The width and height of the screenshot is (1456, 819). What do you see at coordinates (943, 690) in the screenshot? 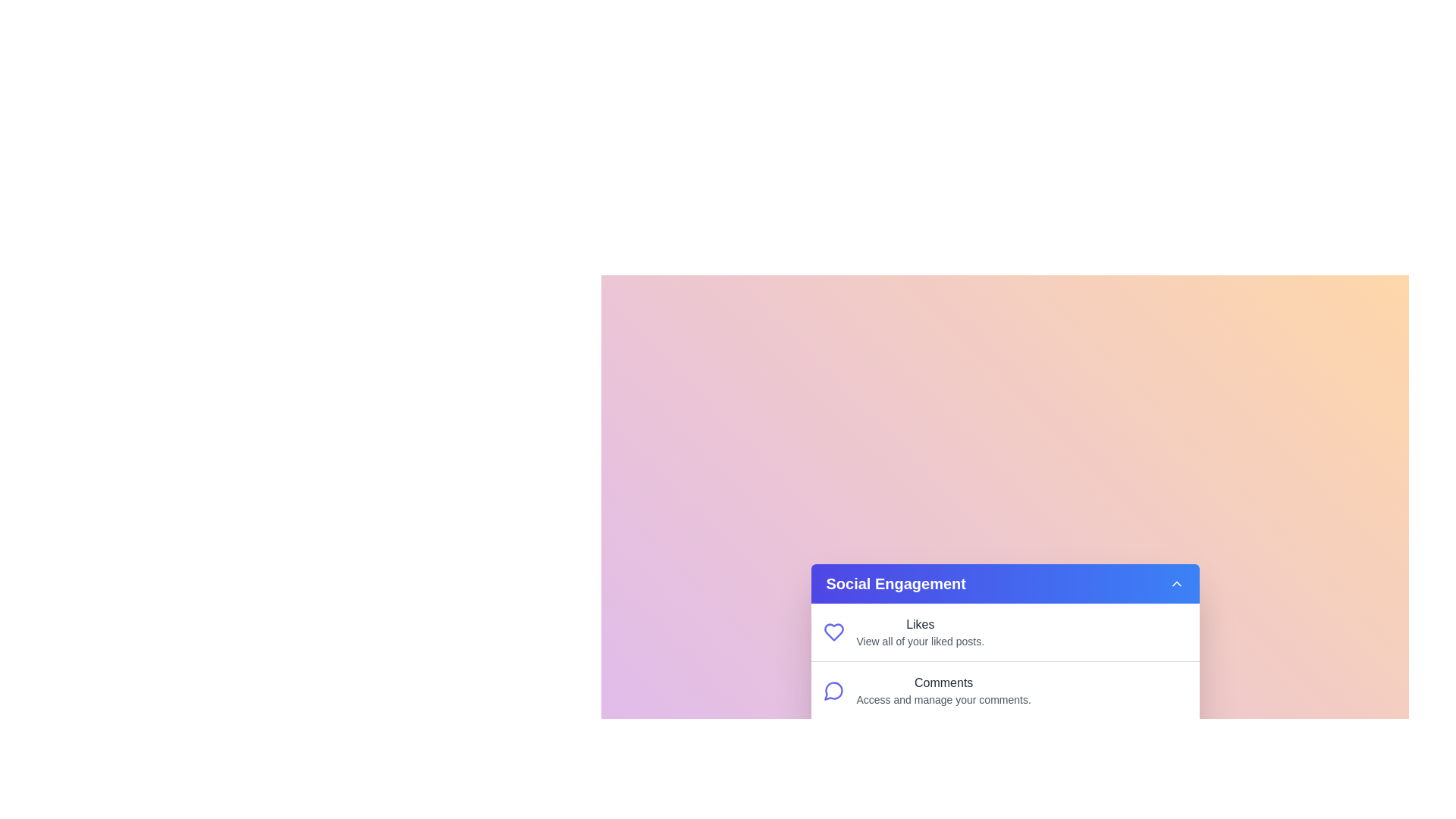
I see `the menu item Comments to view its details` at bounding box center [943, 690].